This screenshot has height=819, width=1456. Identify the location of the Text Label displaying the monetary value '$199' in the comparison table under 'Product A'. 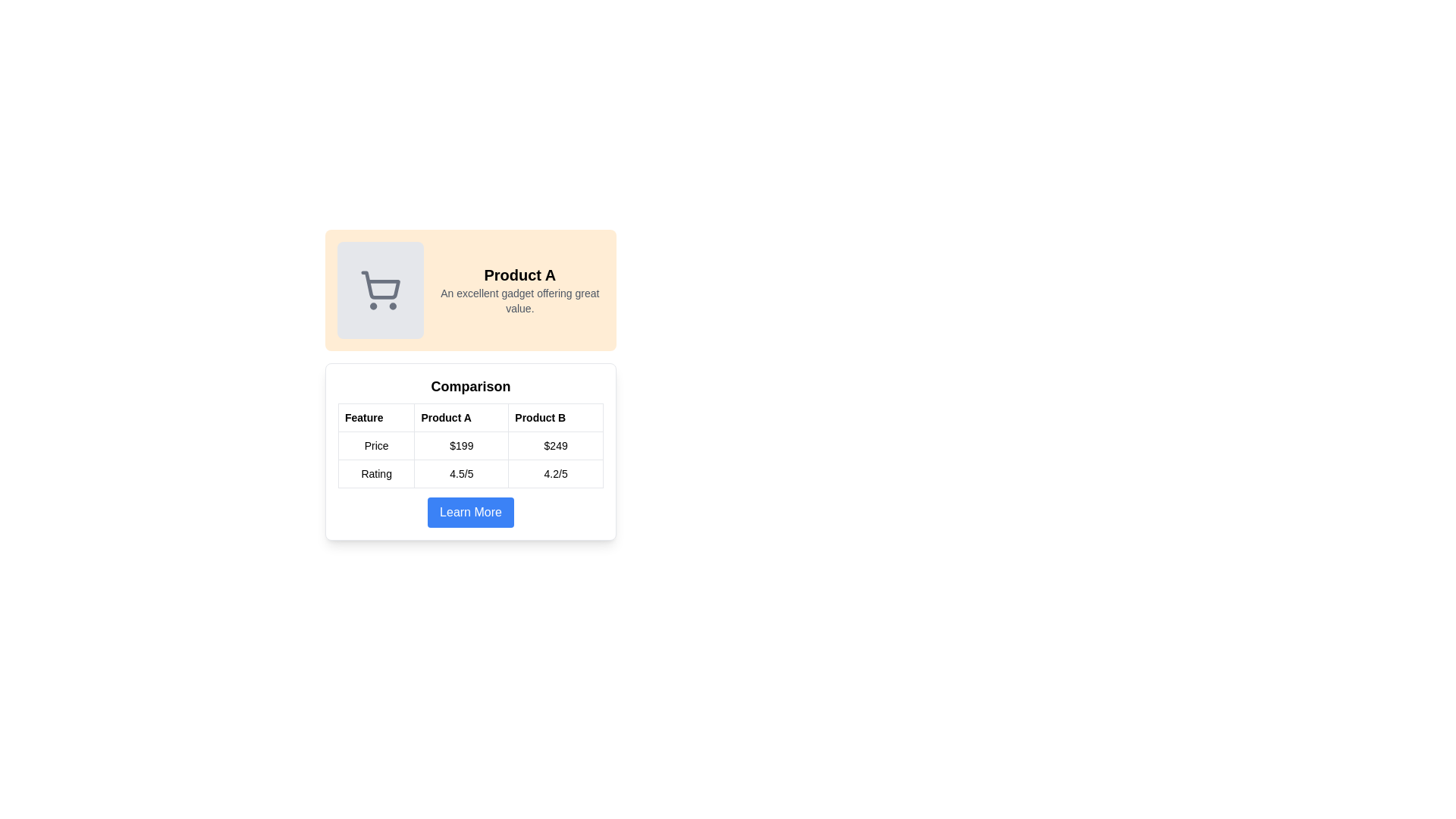
(460, 444).